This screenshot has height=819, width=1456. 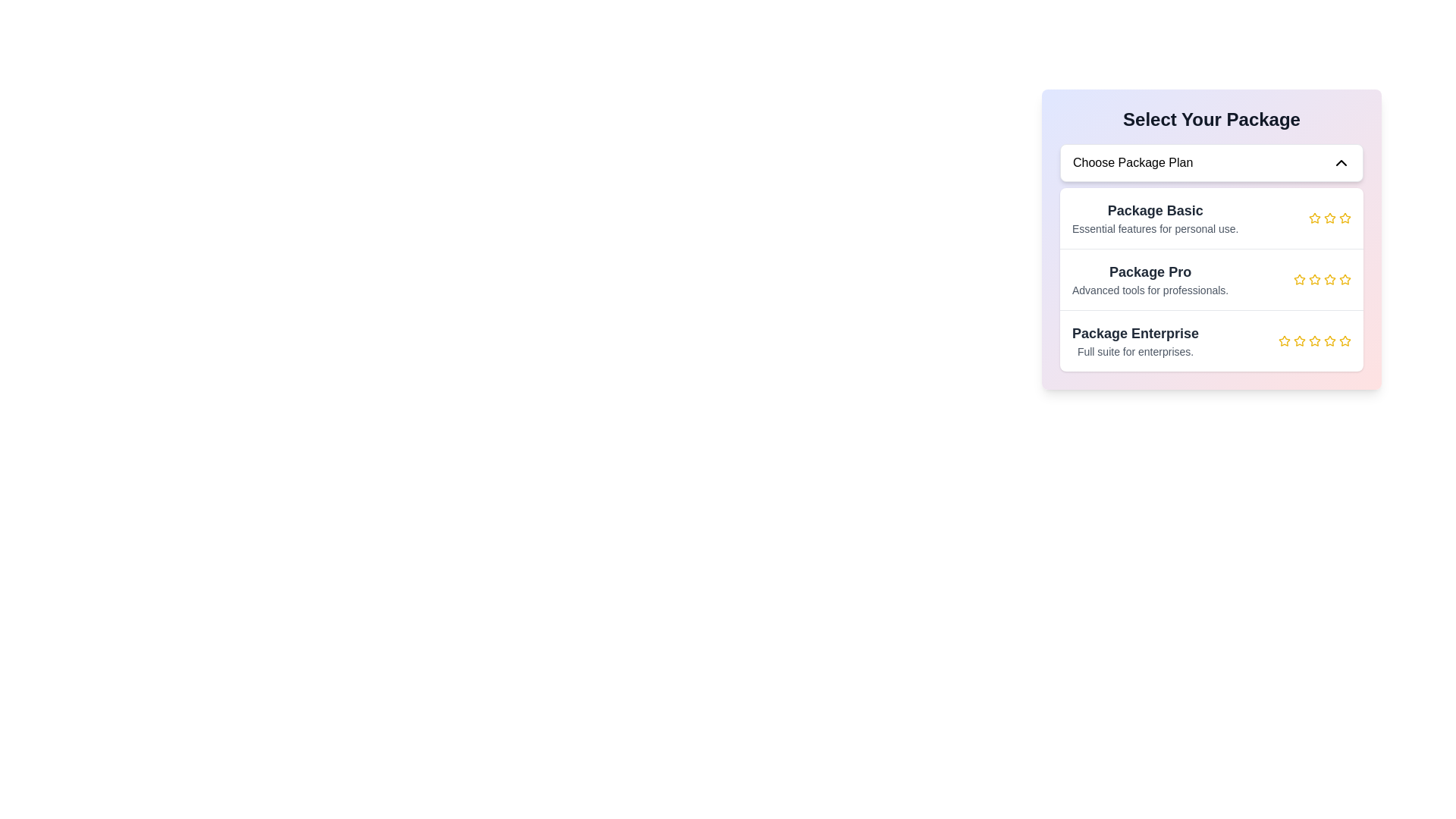 I want to click on the Rating star icon located at the far right of the first row of the package list to rate it, so click(x=1328, y=217).